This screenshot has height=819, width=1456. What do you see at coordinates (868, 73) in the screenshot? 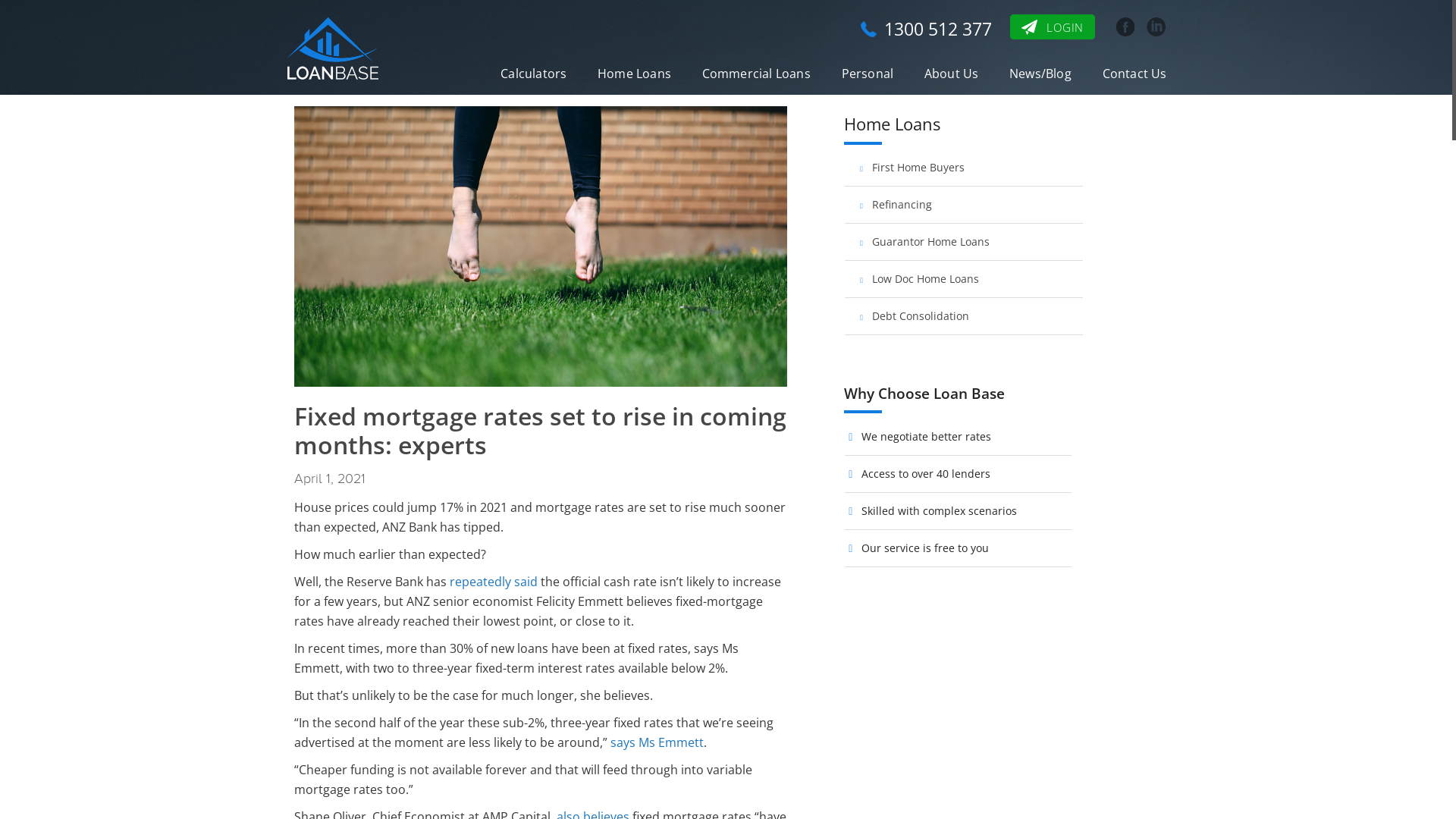
I see `'Personal'` at bounding box center [868, 73].